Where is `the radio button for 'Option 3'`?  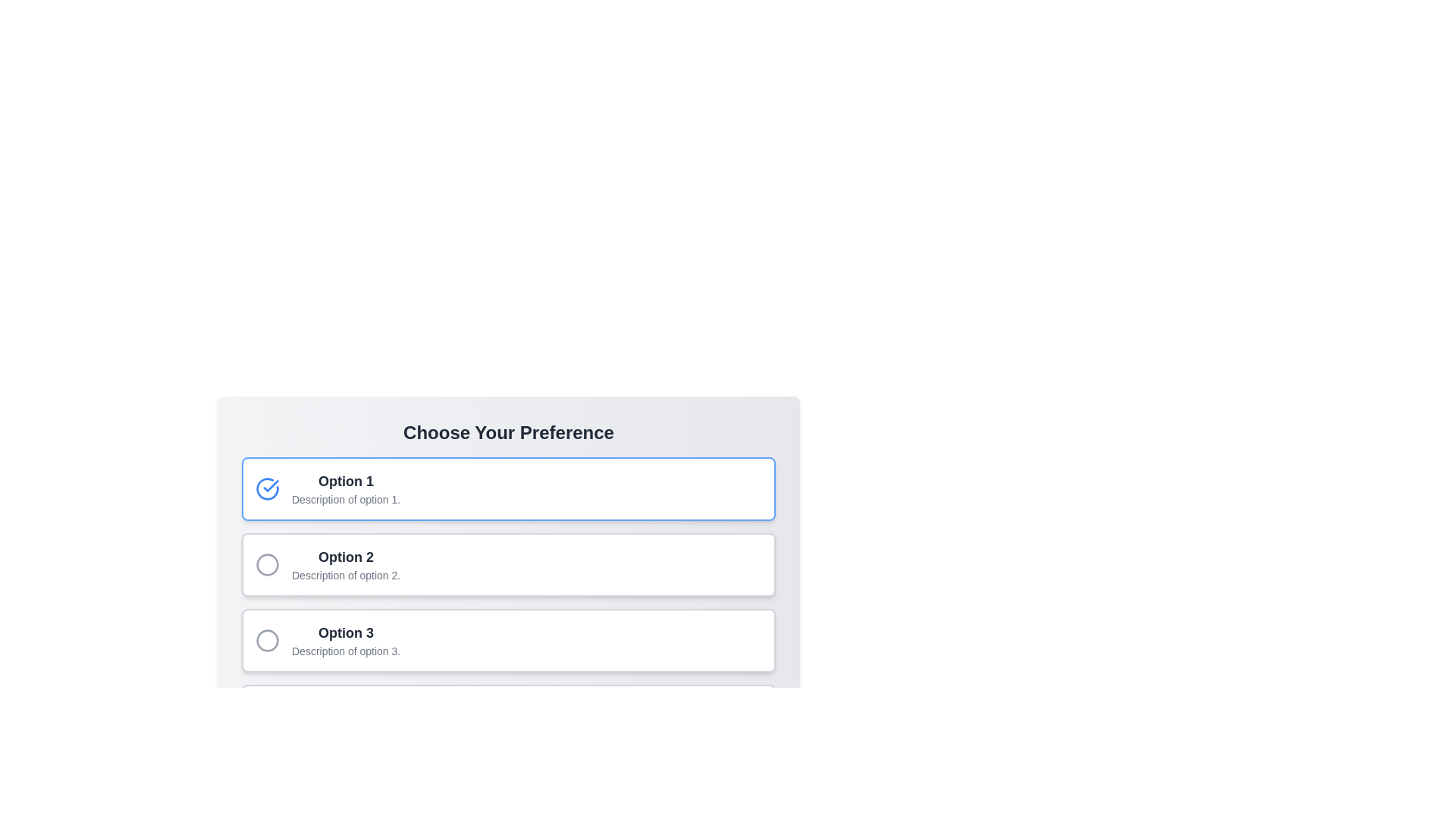
the radio button for 'Option 3' is located at coordinates (268, 640).